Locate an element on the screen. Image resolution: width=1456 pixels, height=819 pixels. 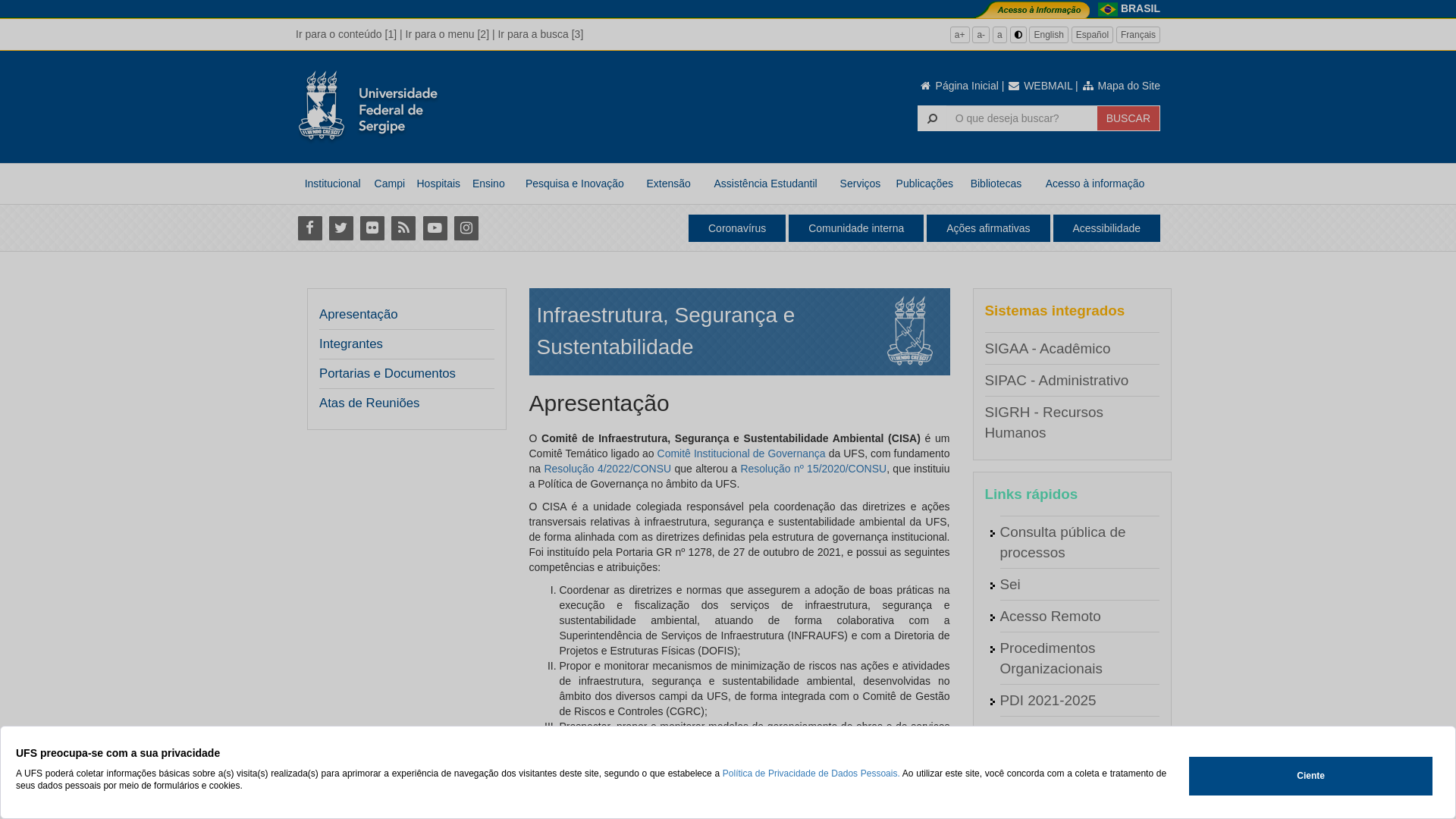
'Integrantes' is located at coordinates (318, 344).